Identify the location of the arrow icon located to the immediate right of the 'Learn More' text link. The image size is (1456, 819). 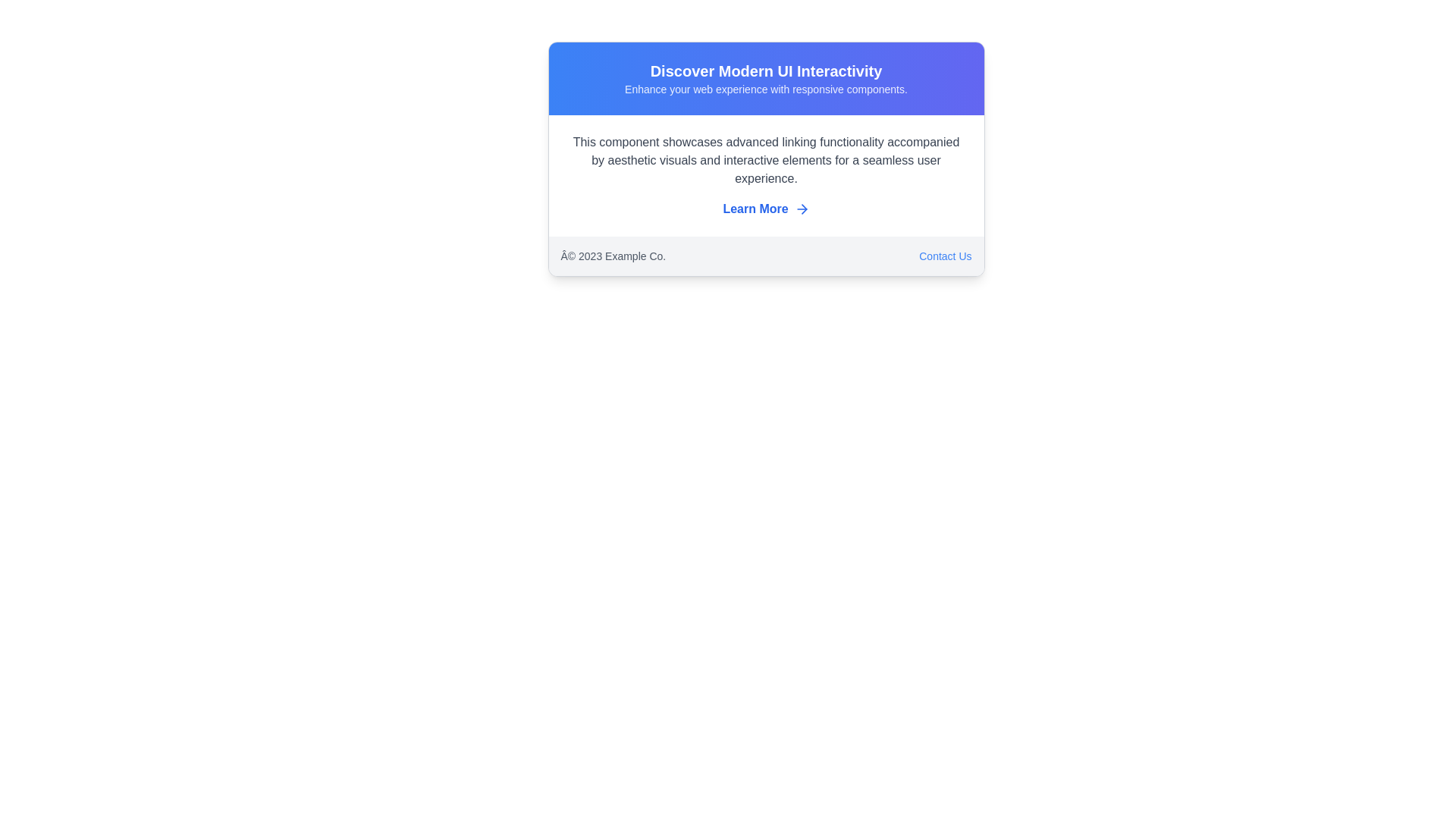
(801, 209).